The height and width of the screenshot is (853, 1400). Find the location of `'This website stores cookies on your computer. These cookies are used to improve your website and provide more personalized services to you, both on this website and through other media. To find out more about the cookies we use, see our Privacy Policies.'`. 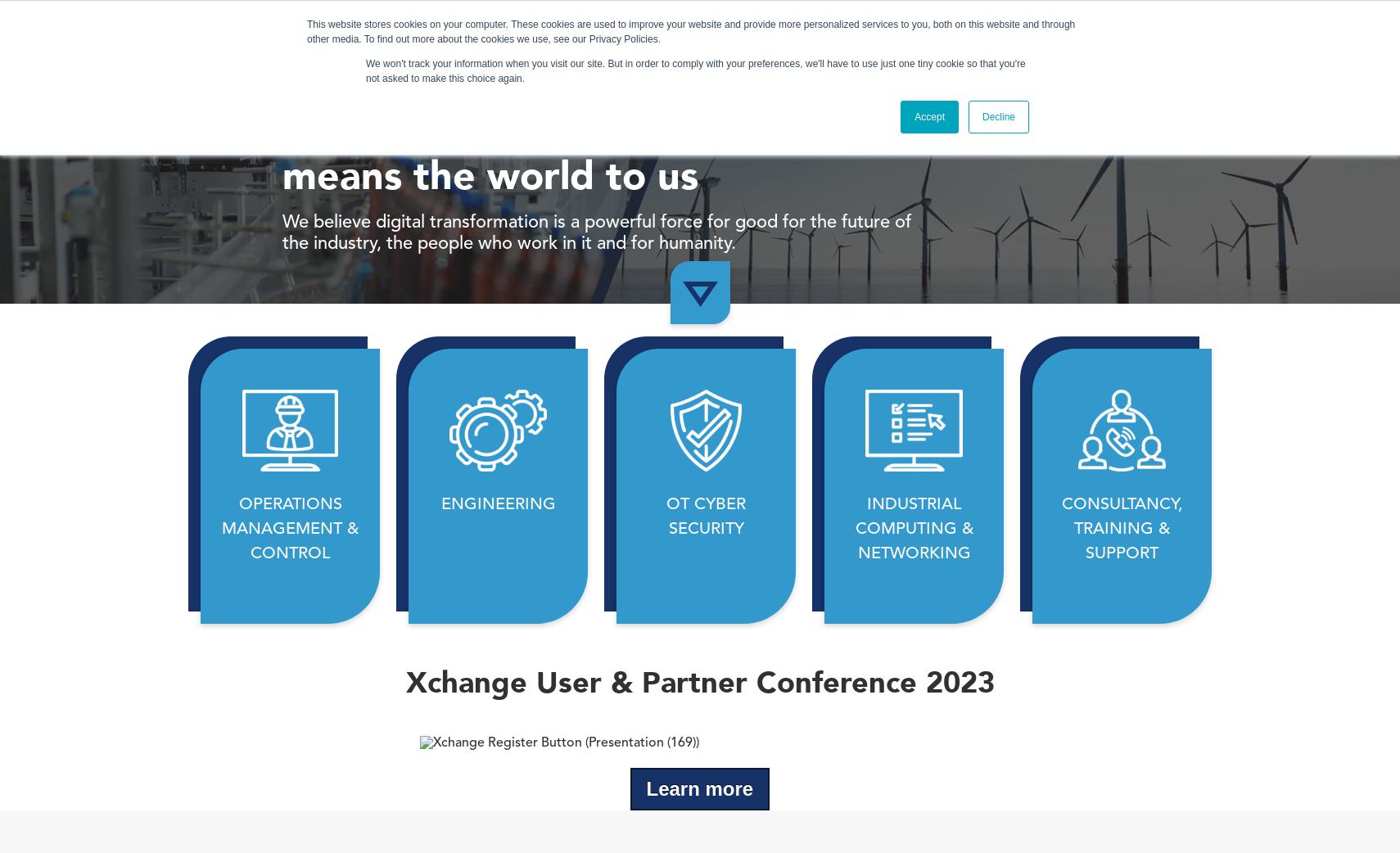

'This website stores cookies on your computer. These cookies are used to improve your website and provide more personalized services to you, both on this website and through other media. To find out more about the cookies we use, see our Privacy Policies.' is located at coordinates (691, 30).